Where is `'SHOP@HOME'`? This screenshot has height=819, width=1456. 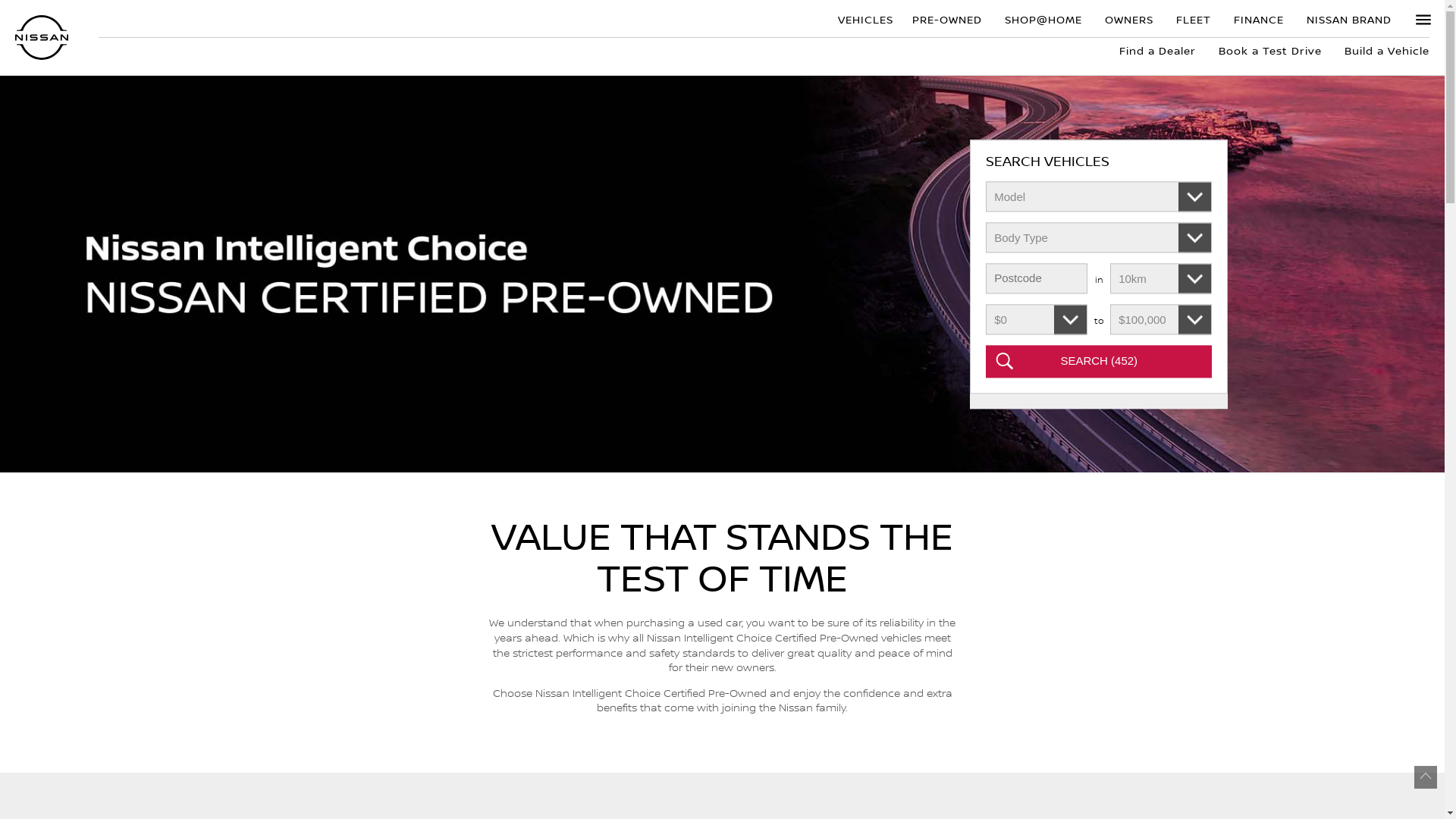
'SHOP@HOME' is located at coordinates (1043, 18).